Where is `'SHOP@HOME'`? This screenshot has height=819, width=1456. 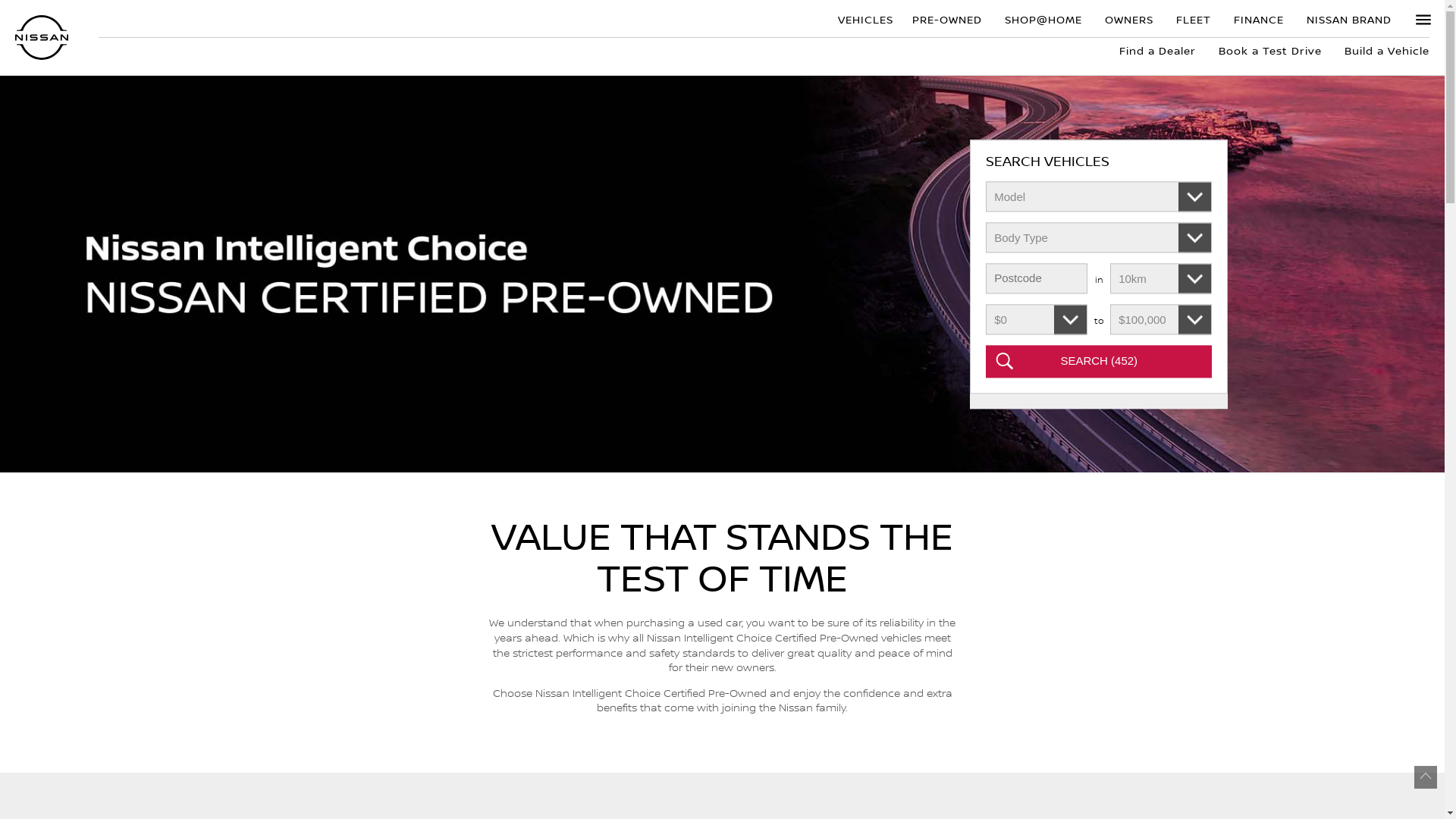
'SHOP@HOME' is located at coordinates (1043, 18).